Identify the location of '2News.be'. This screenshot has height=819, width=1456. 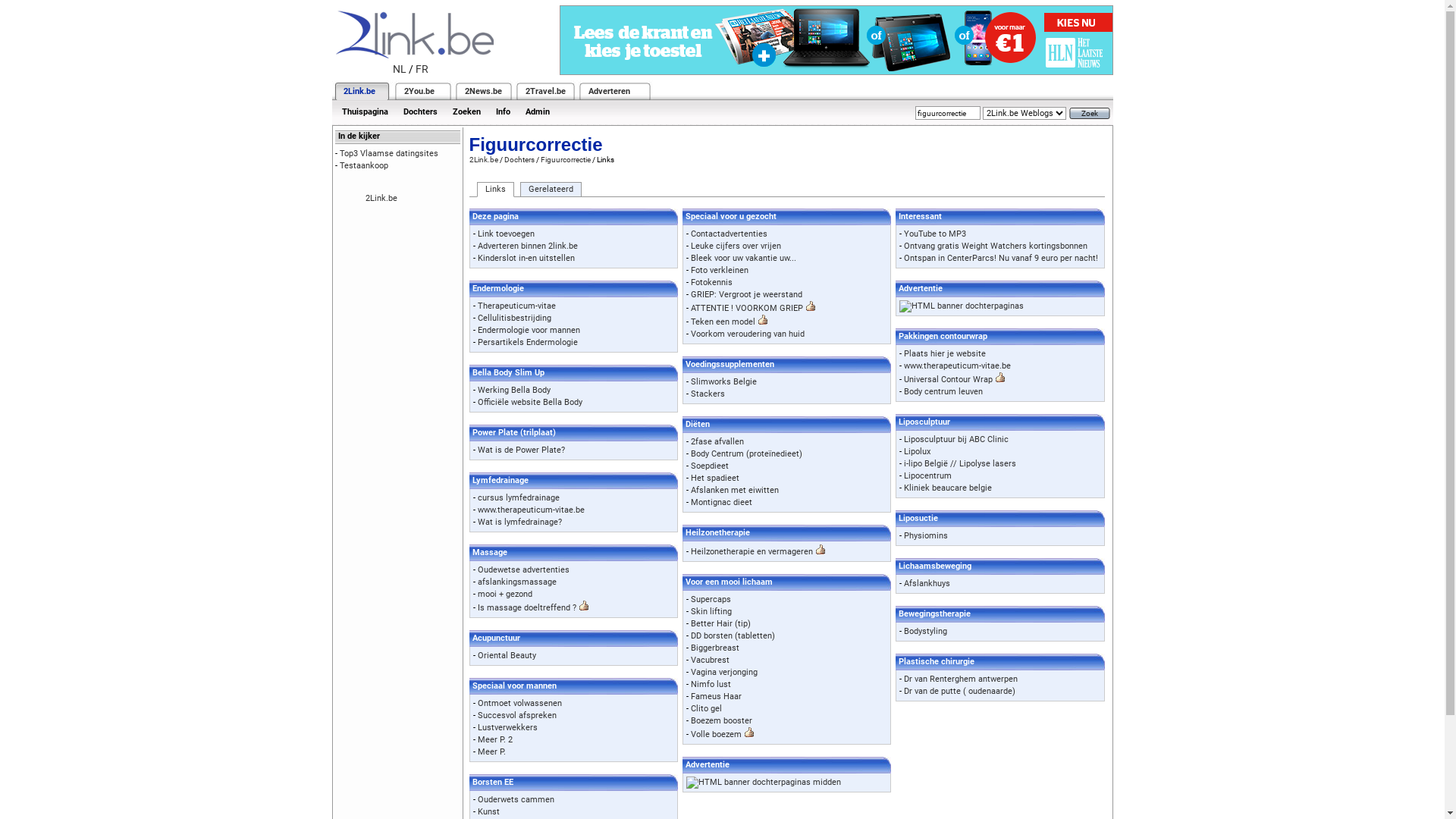
(482, 91).